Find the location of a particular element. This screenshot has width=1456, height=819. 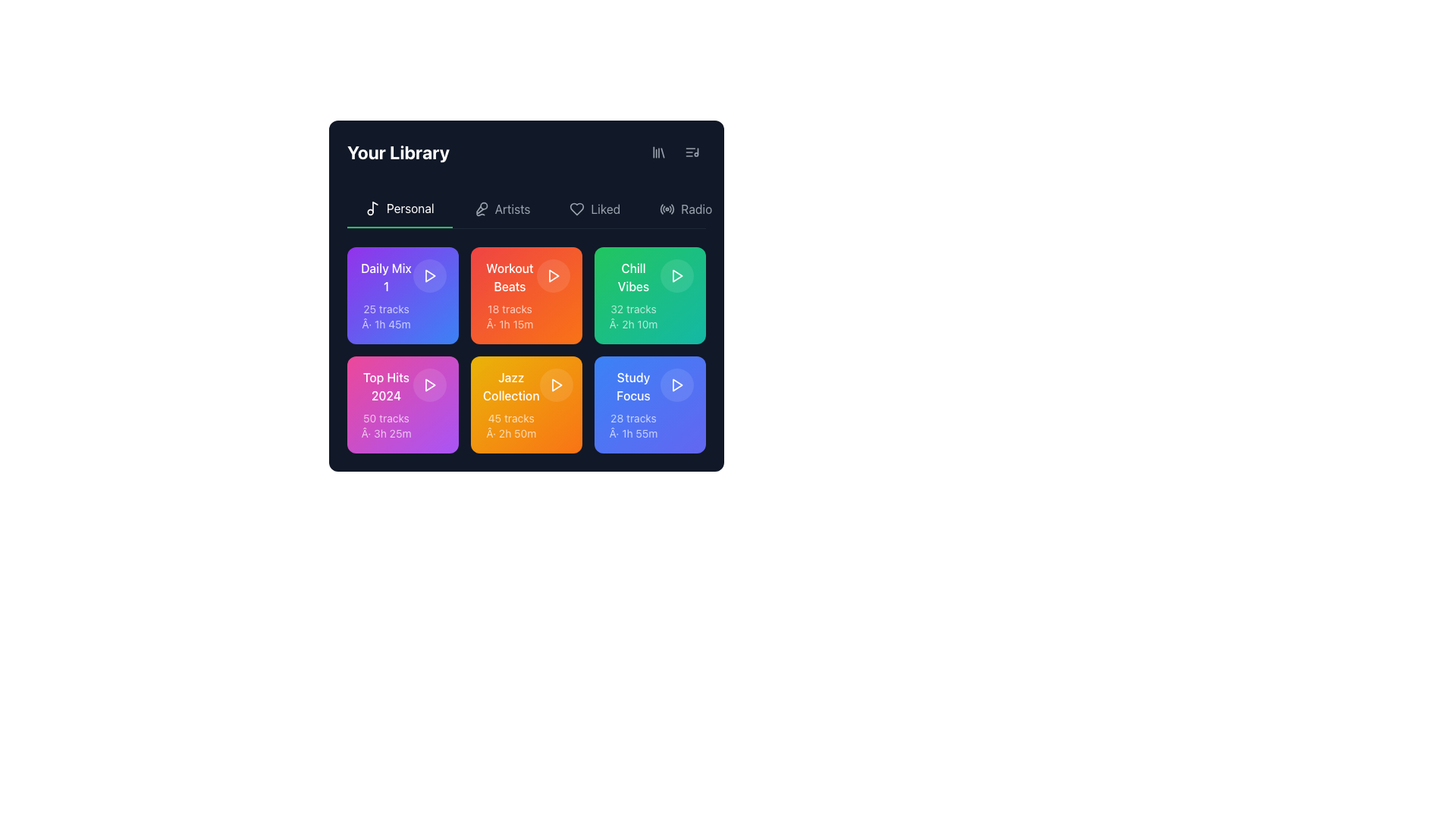

the first navigation button in the top-right section of the interface is located at coordinates (658, 152).